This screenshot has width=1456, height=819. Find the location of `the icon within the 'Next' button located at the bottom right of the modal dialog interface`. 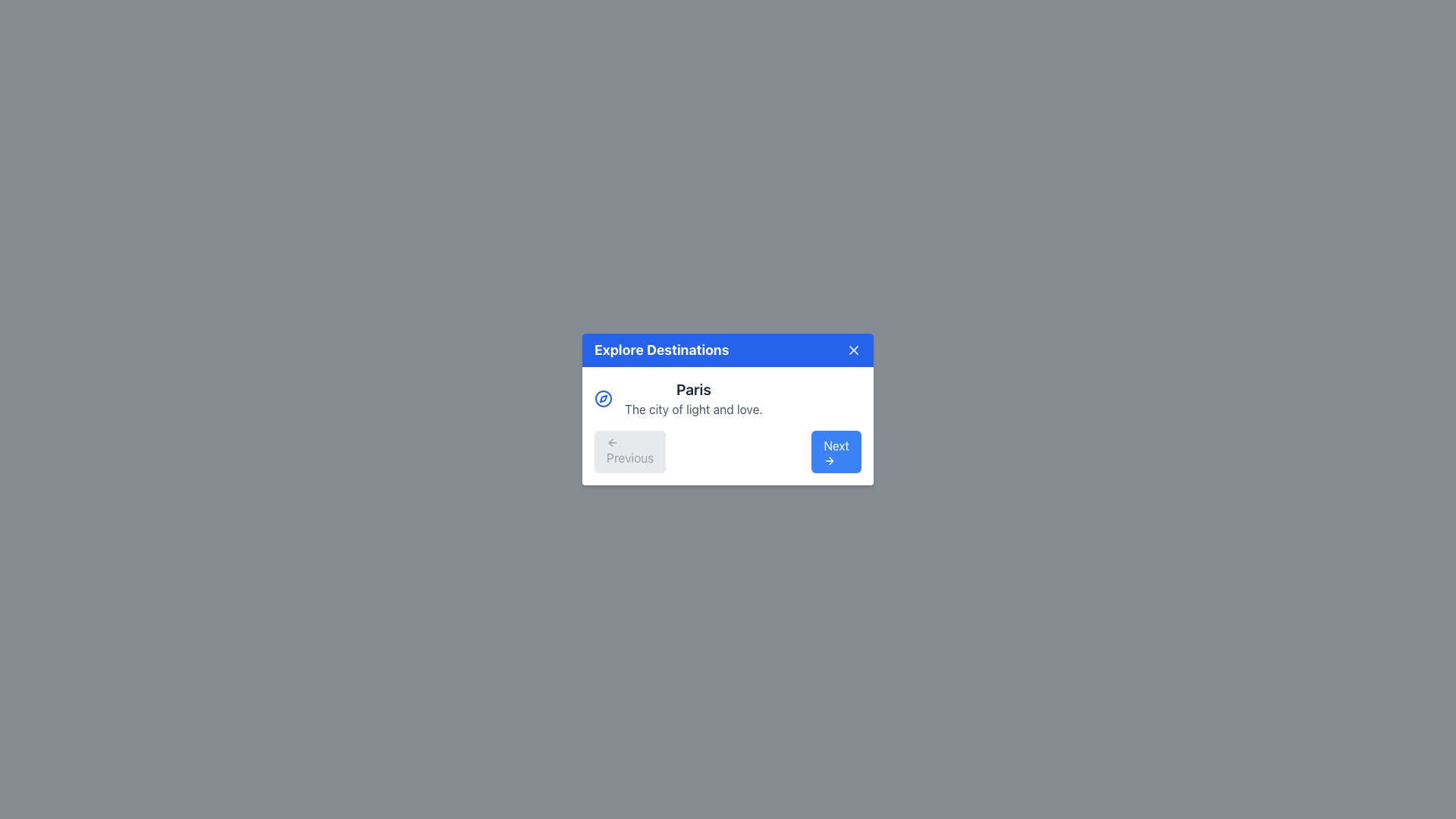

the icon within the 'Next' button located at the bottom right of the modal dialog interface is located at coordinates (829, 460).